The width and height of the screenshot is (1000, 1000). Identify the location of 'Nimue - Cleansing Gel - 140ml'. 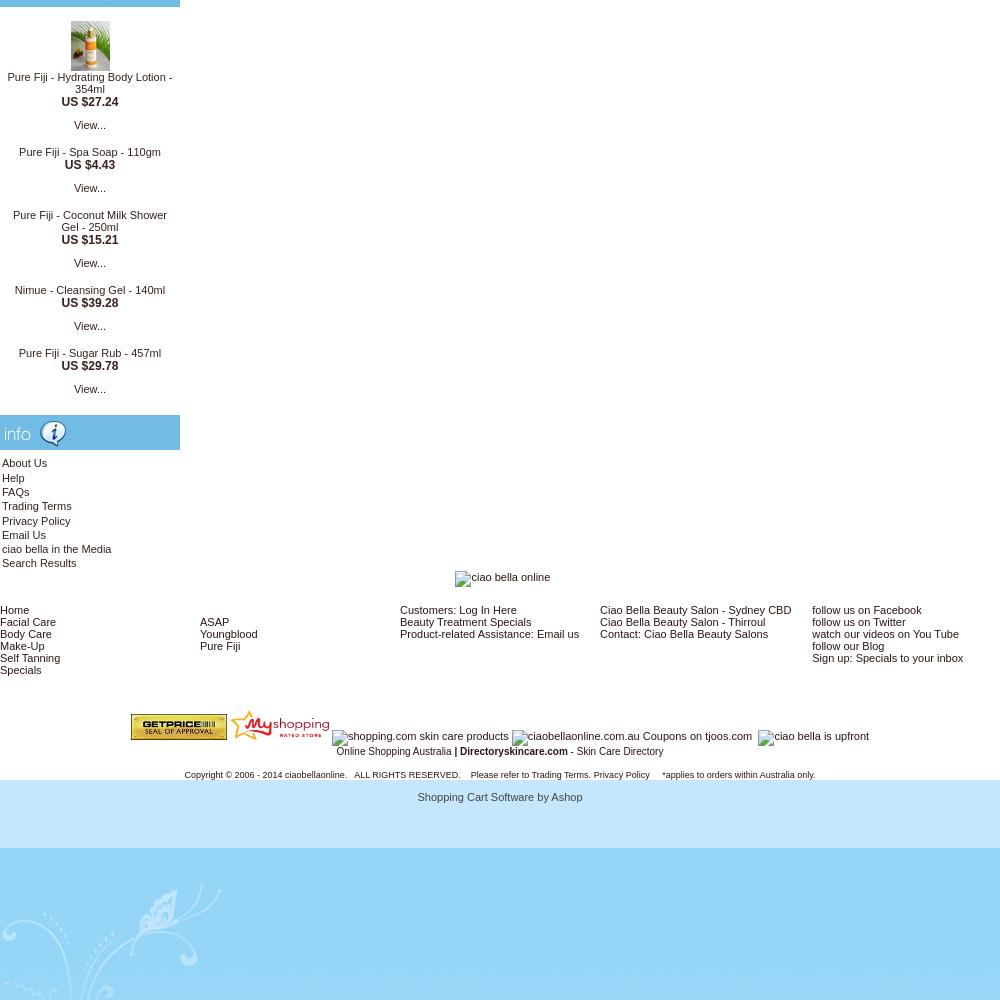
(88, 290).